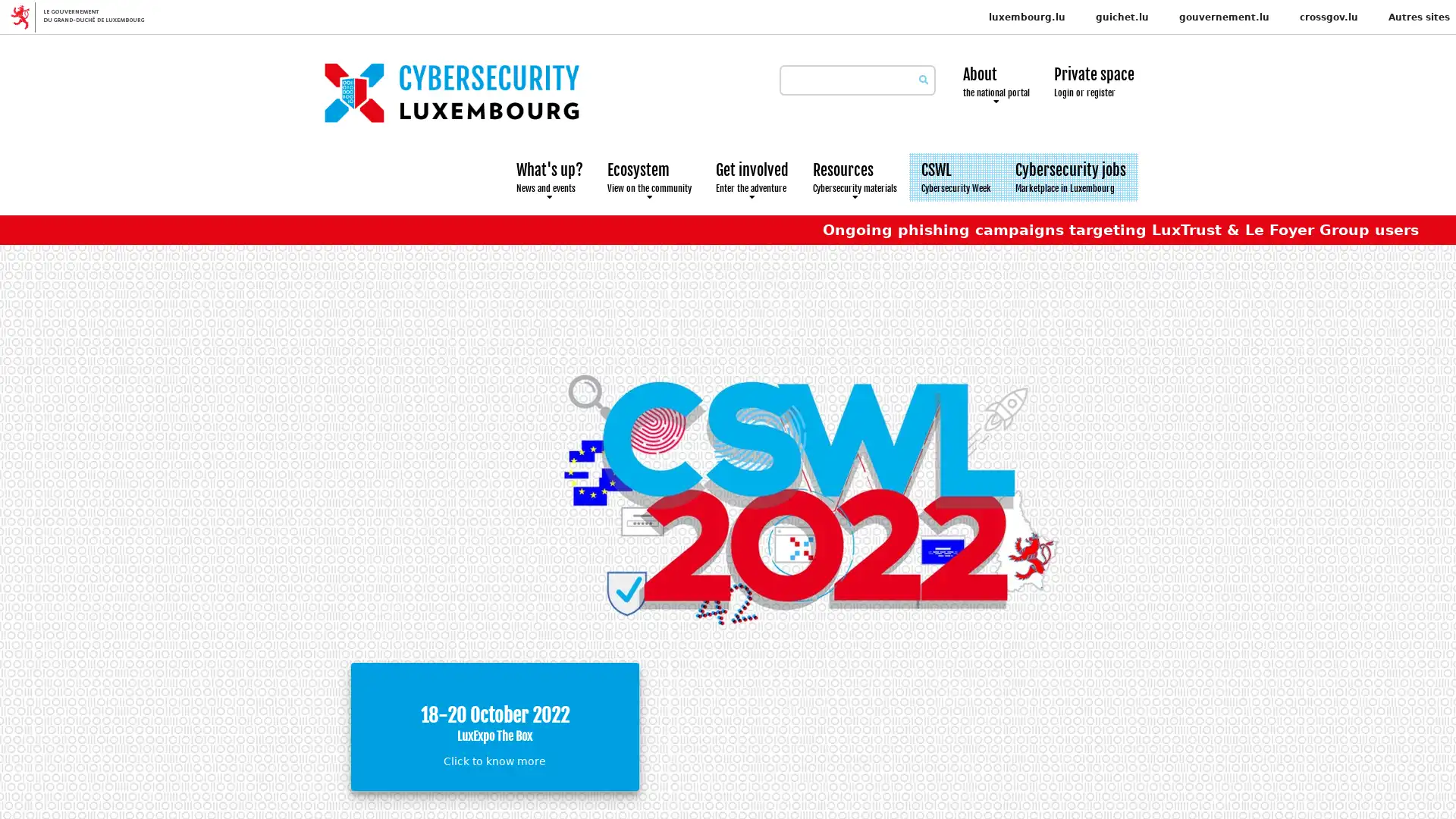 The height and width of the screenshot is (819, 1456). I want to click on Cybersecurity jobs Marketplace in Luxembourg, so click(1069, 177).